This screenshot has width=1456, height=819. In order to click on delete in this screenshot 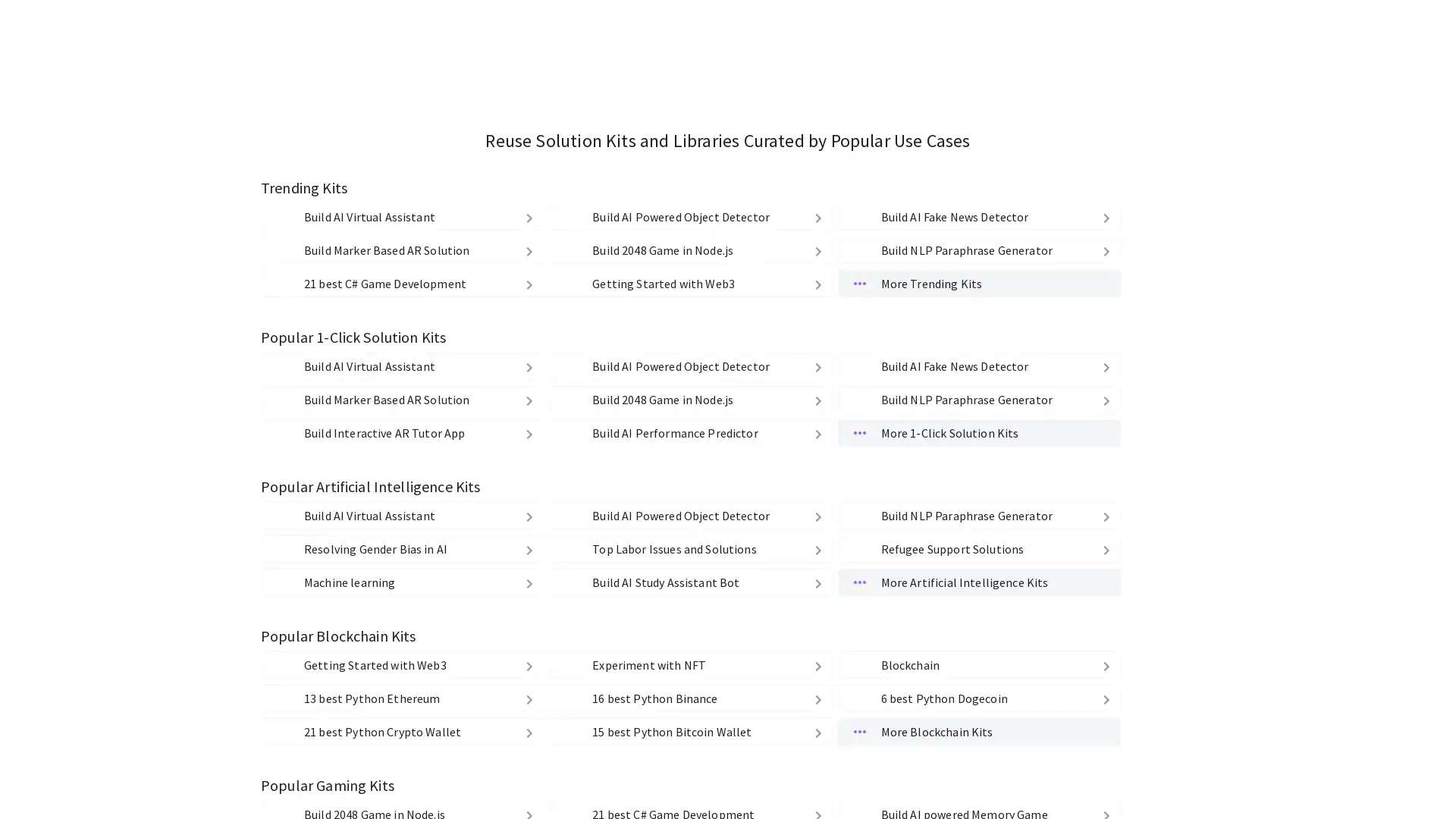, I will do `click(817, 598)`.